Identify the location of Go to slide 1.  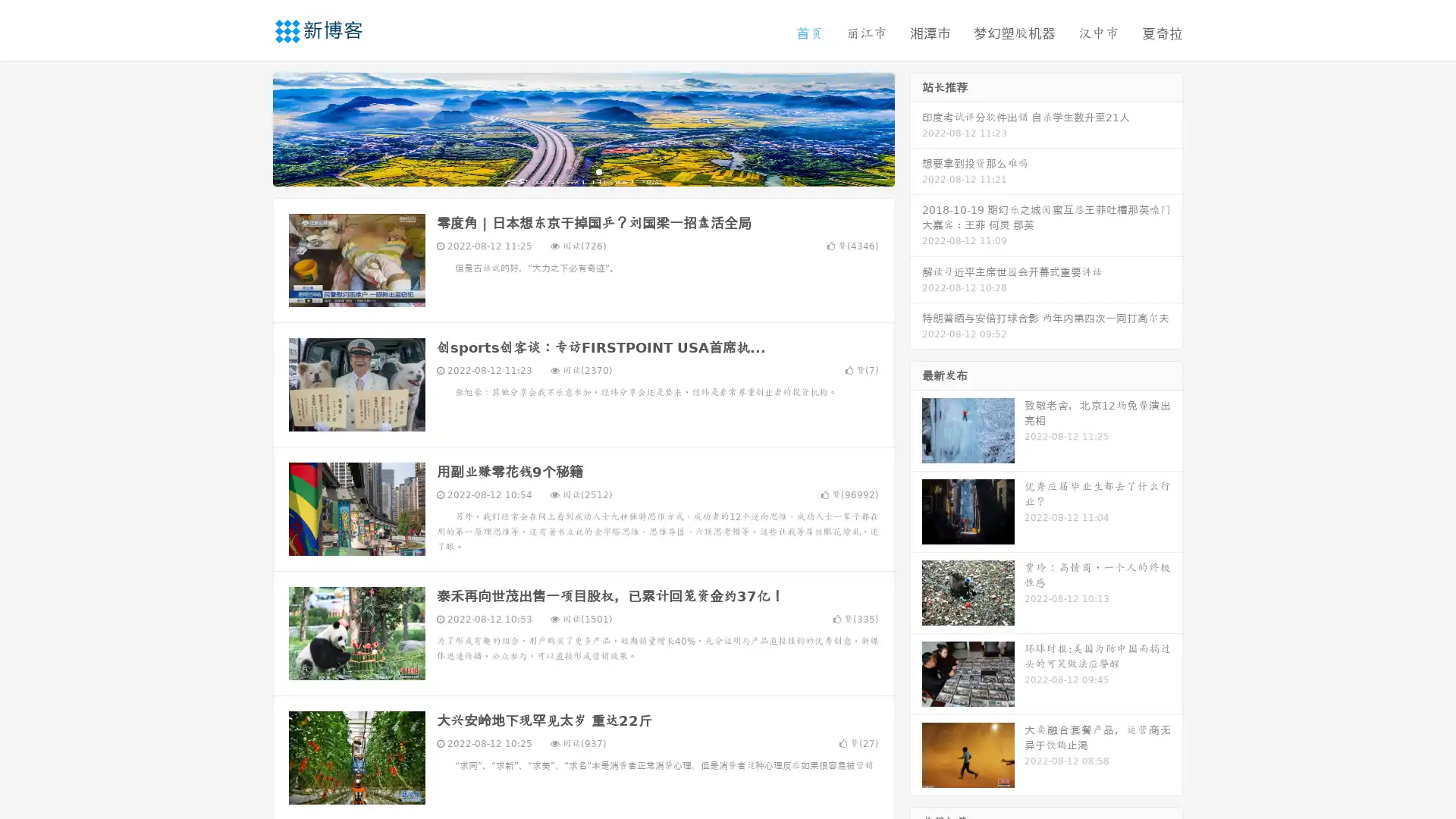
(567, 171).